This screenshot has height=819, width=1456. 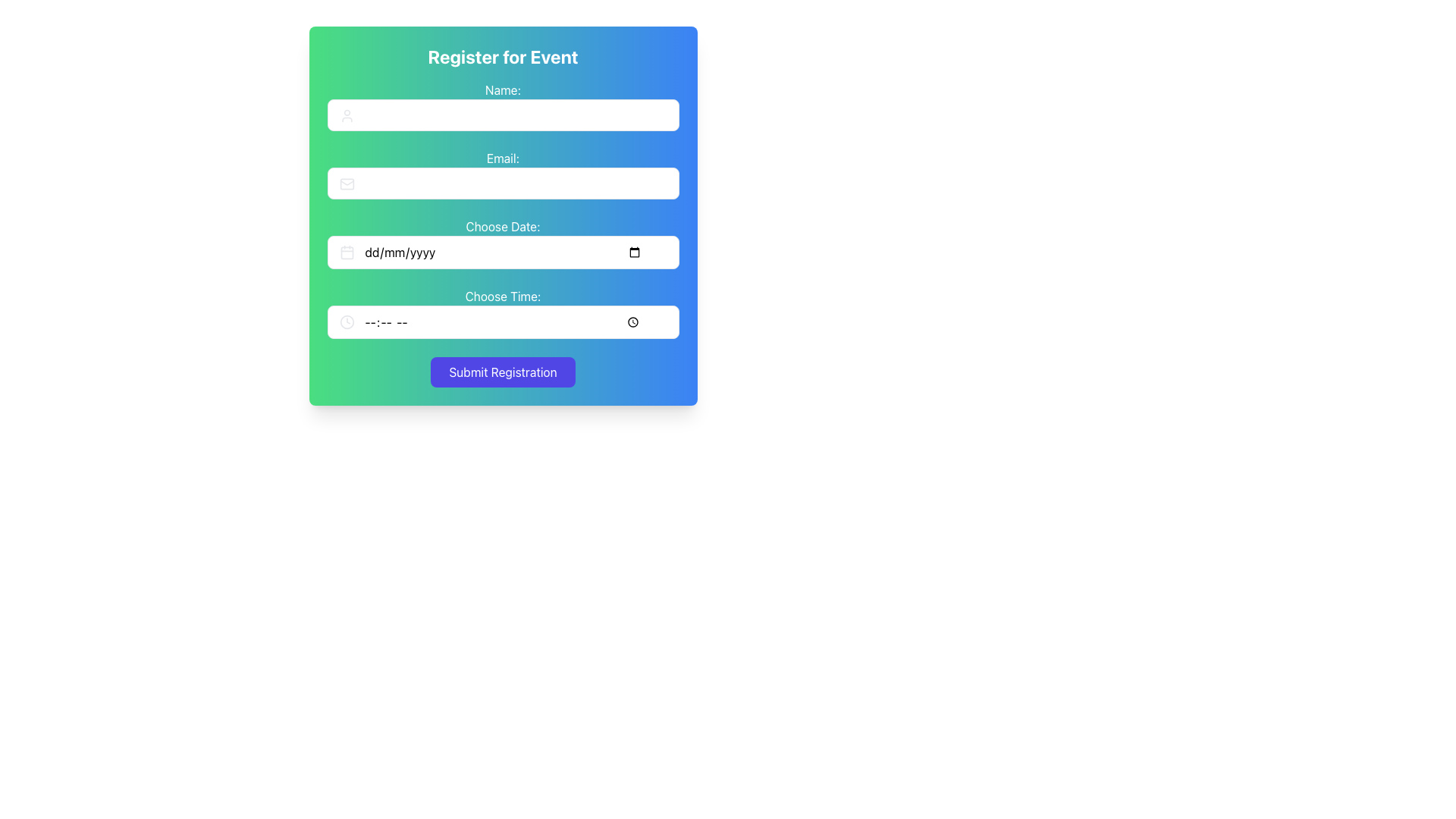 I want to click on the visual representation of the calendar icon located at the beginning of the 'Choose Date' input field in the registration form, so click(x=346, y=251).